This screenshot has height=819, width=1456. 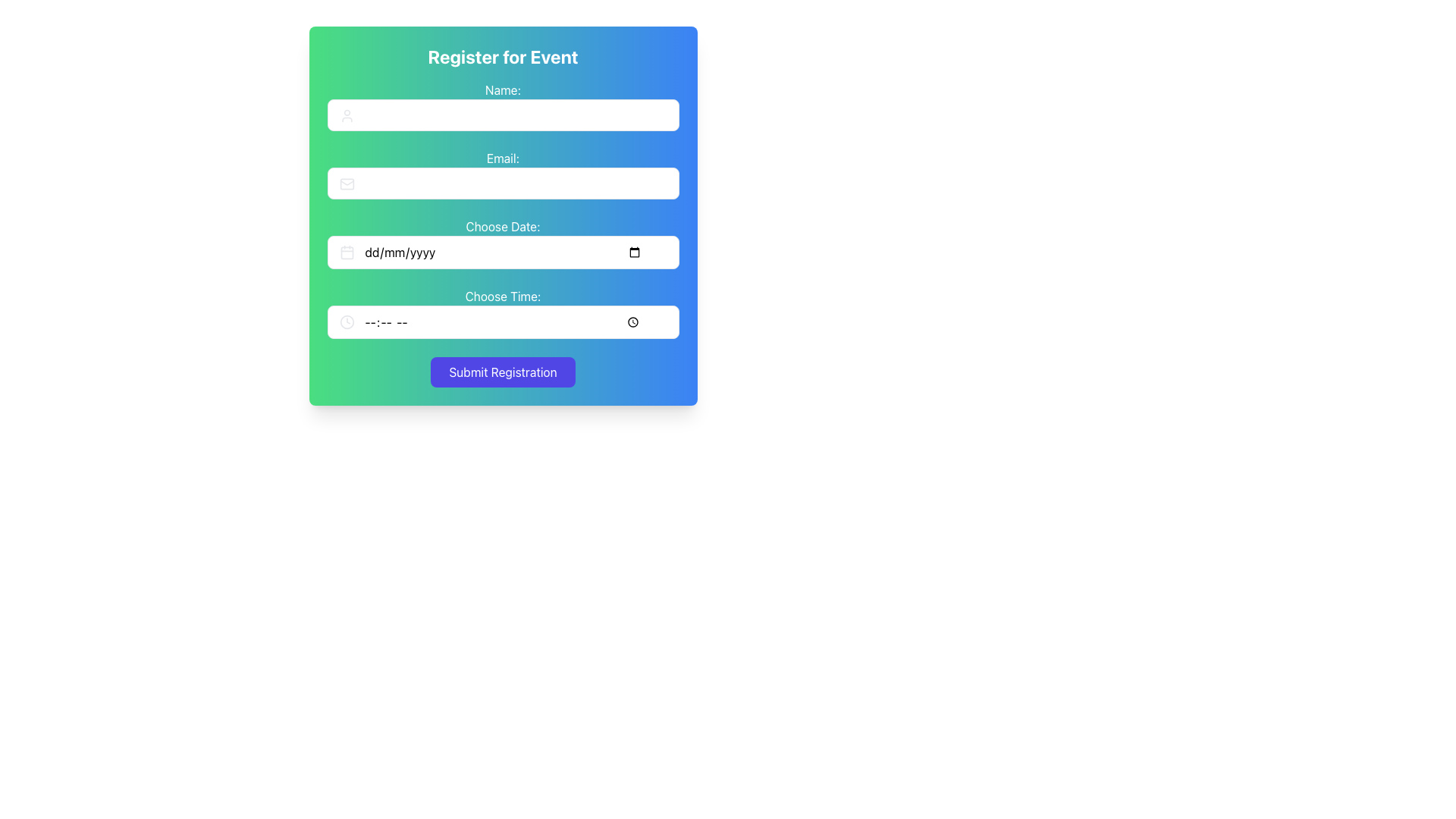 I want to click on the visual representation of the calendar icon located at the beginning of the 'Choose Date' input field in the registration form, so click(x=346, y=251).